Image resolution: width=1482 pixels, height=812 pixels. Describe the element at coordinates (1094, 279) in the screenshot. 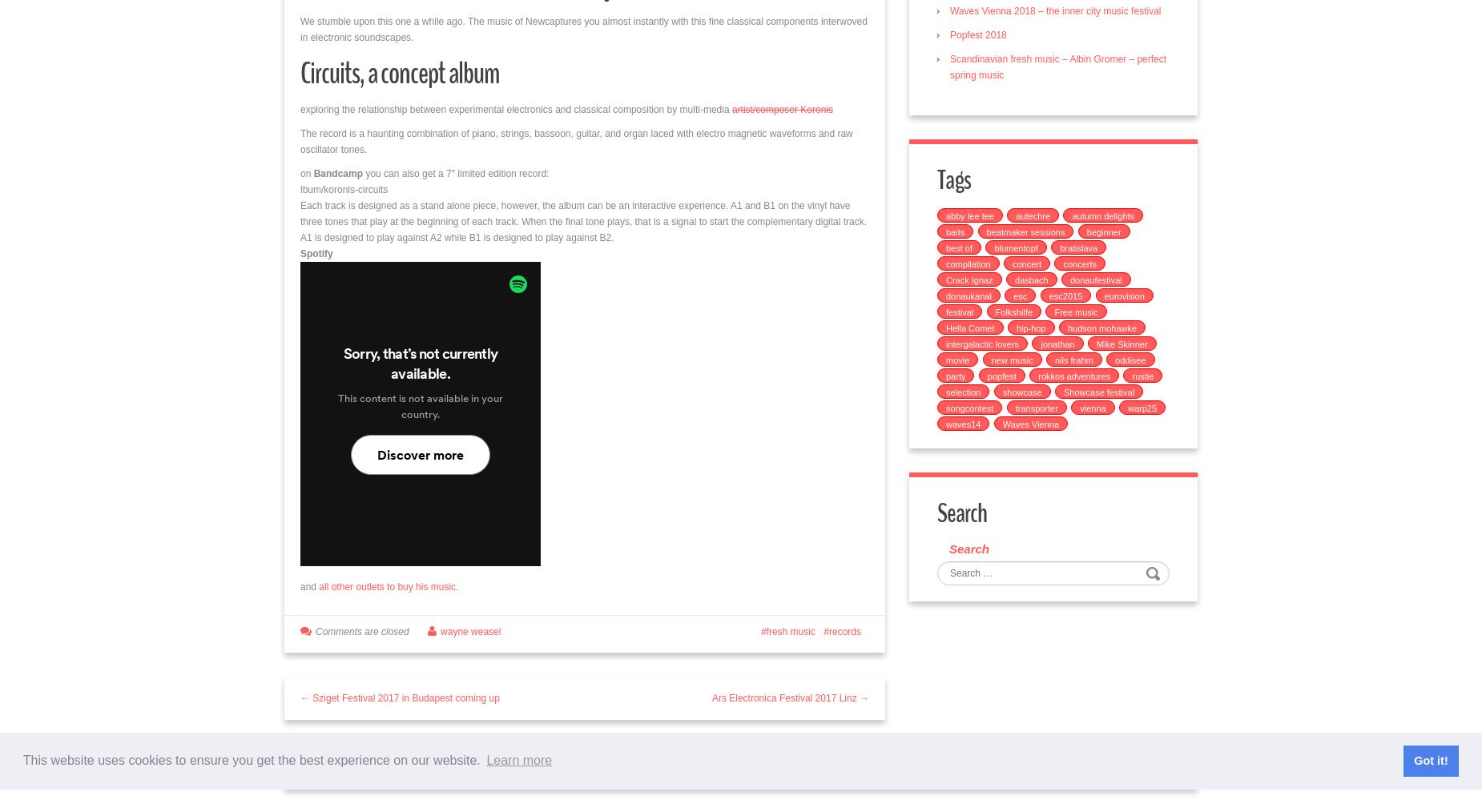

I see `'donaufestival'` at that location.